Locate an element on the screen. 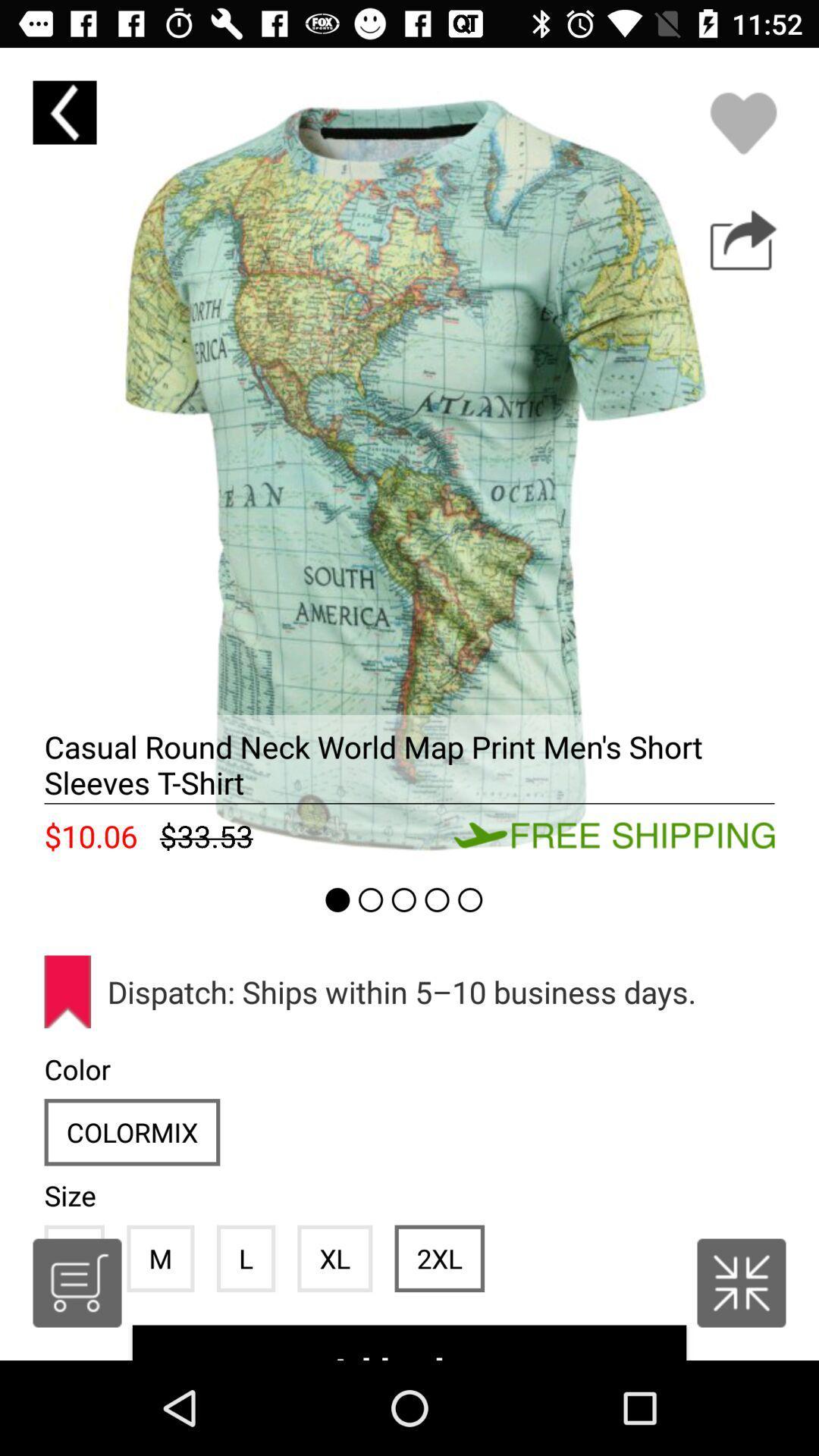 Image resolution: width=819 pixels, height=1456 pixels. item above add to bag is located at coordinates (439, 1258).